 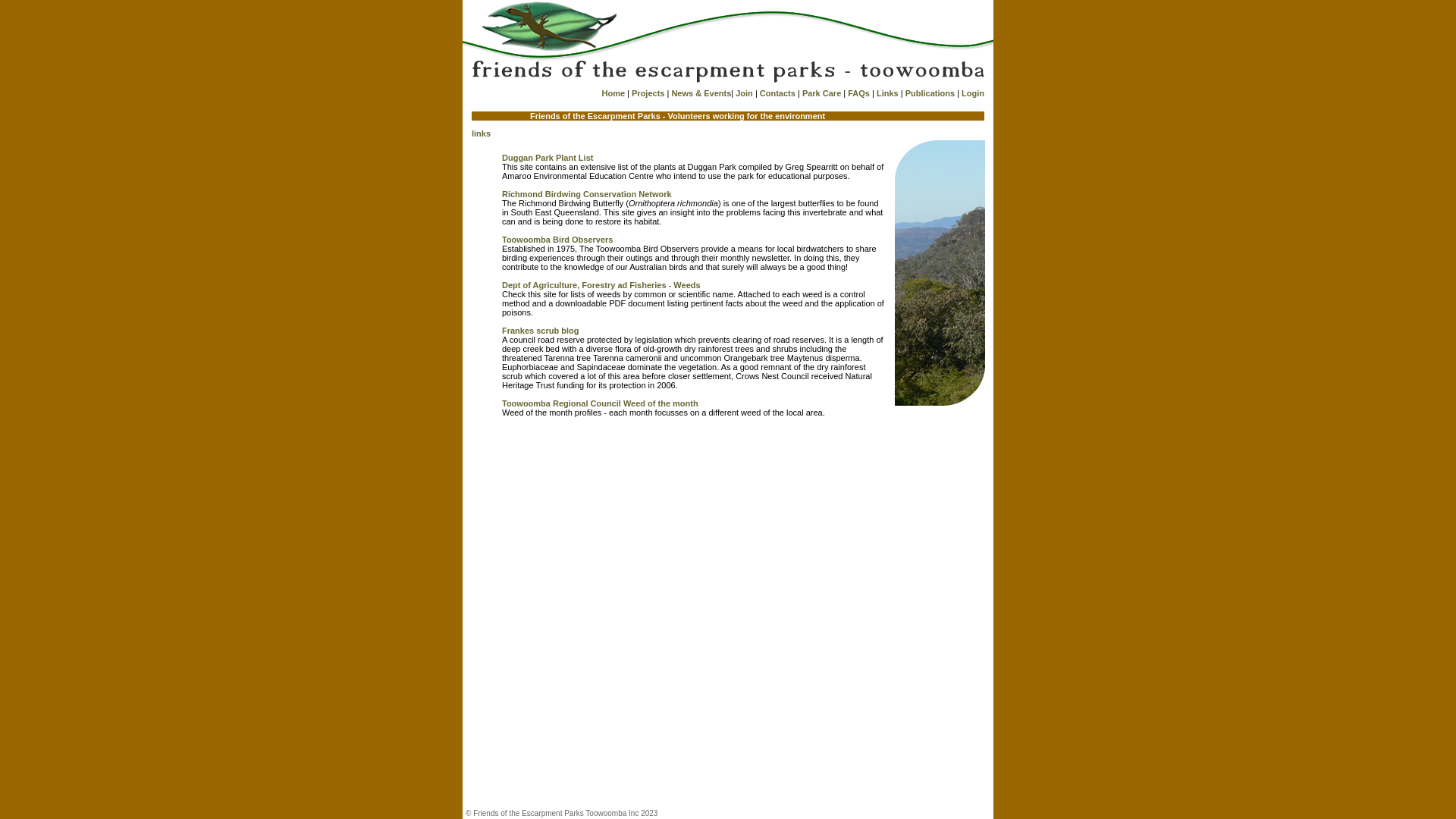 What do you see at coordinates (777, 93) in the screenshot?
I see `'Contacts'` at bounding box center [777, 93].